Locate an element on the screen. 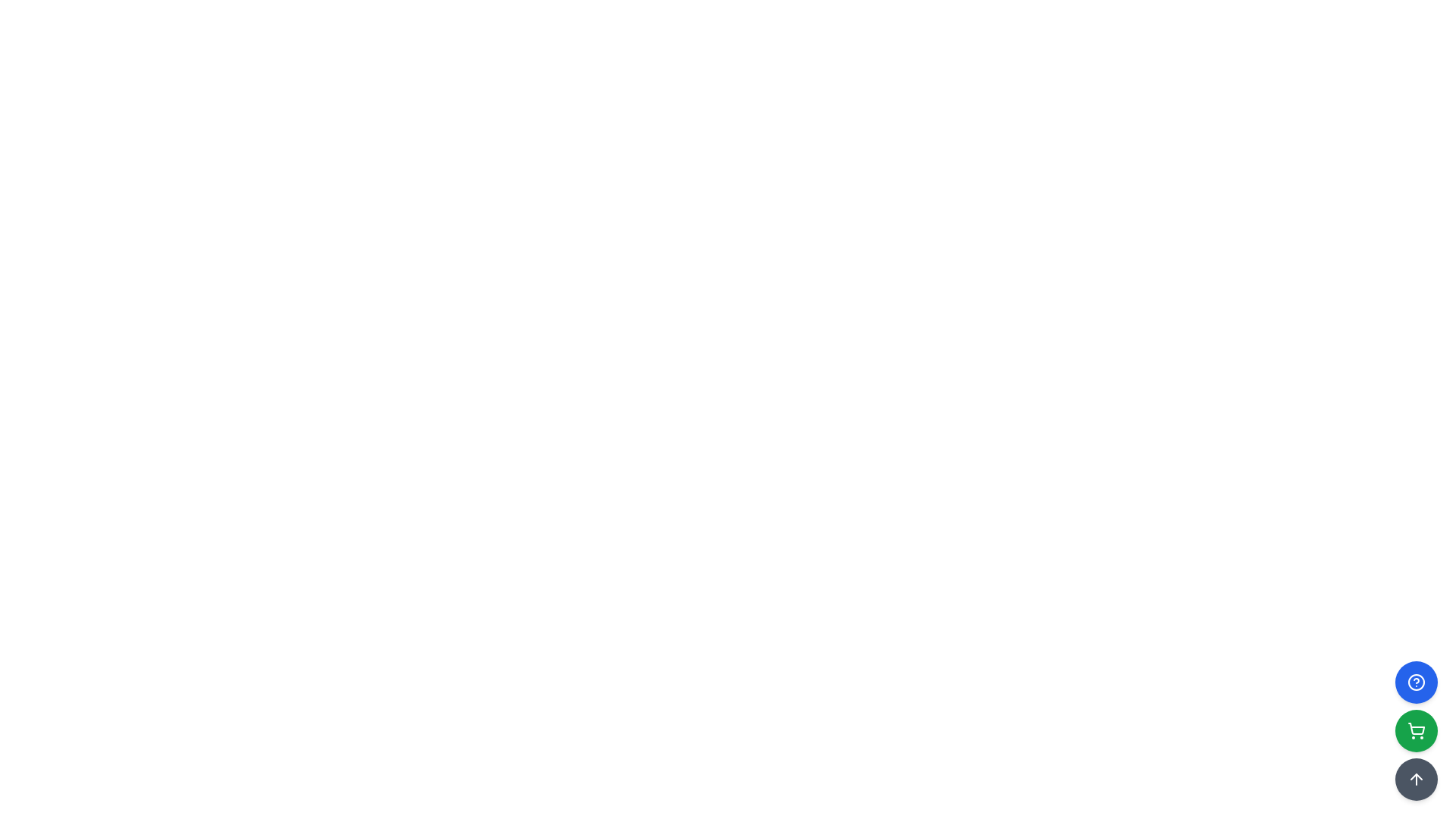  the green circular button with a shopping cart icon located in the bottom-right corner of the interface is located at coordinates (1415, 730).